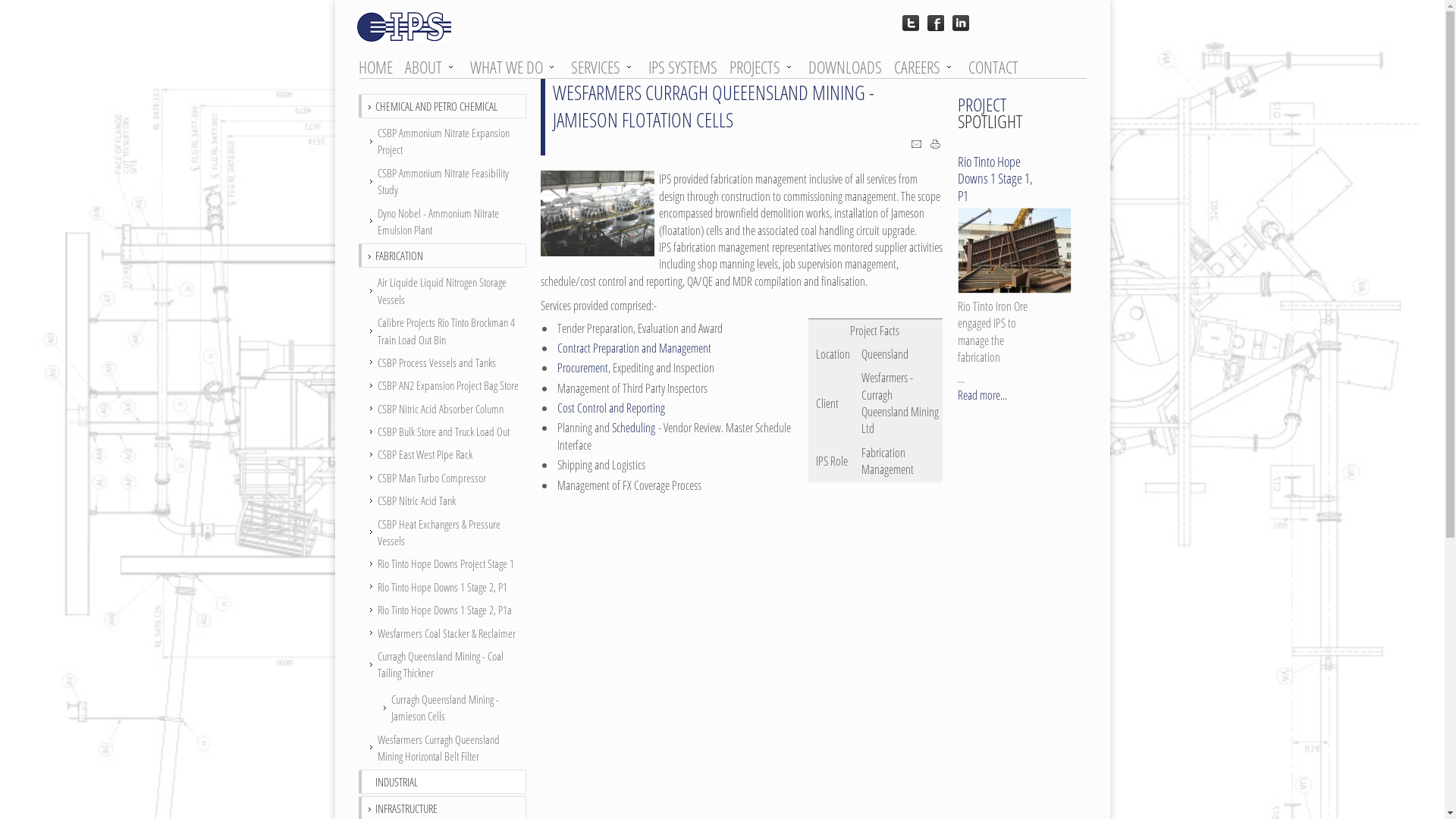 The height and width of the screenshot is (819, 1456). What do you see at coordinates (850, 66) in the screenshot?
I see `'DOWNLOADS'` at bounding box center [850, 66].